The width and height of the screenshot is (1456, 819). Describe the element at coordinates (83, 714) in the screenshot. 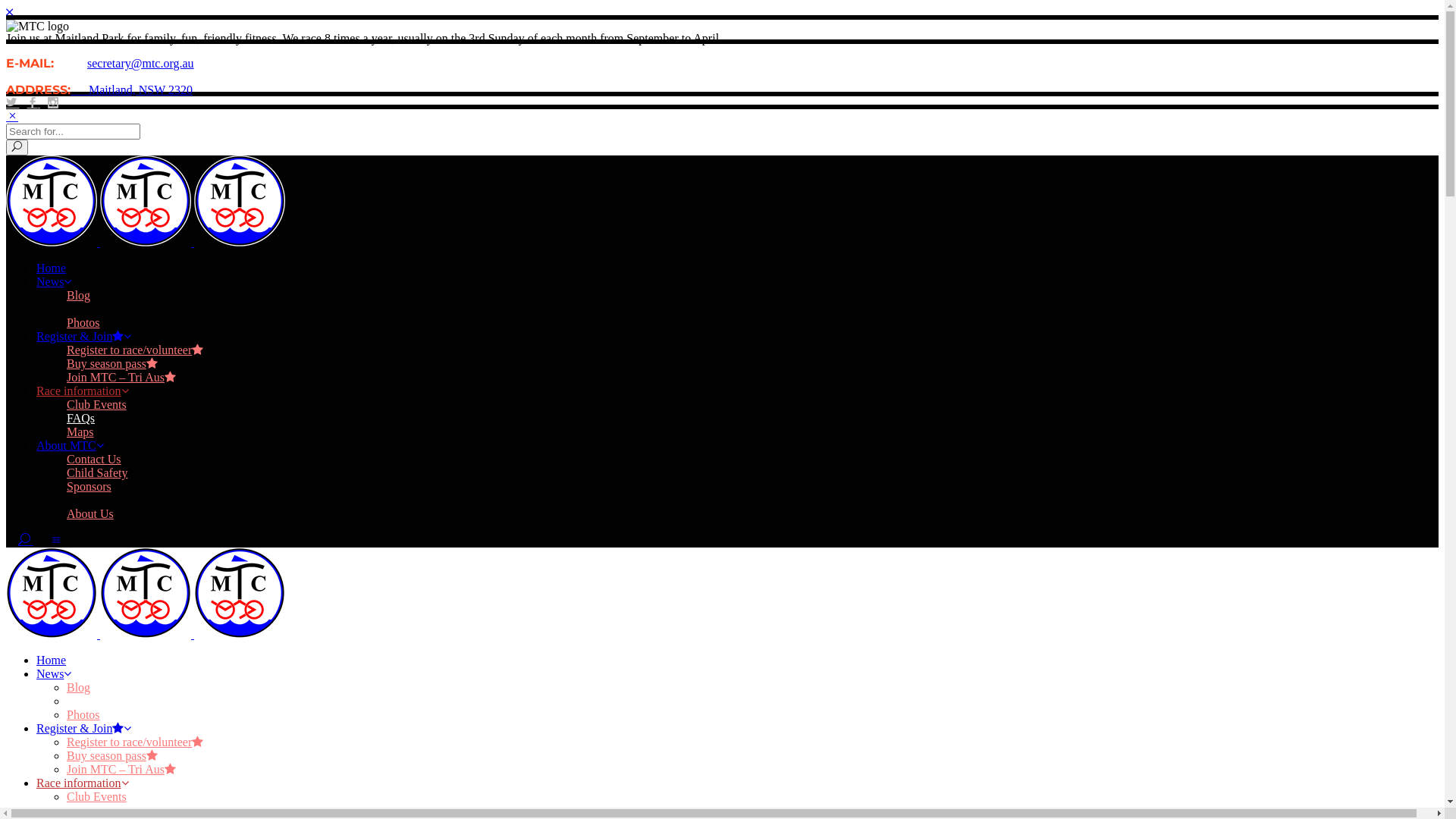

I see `'Photos'` at that location.